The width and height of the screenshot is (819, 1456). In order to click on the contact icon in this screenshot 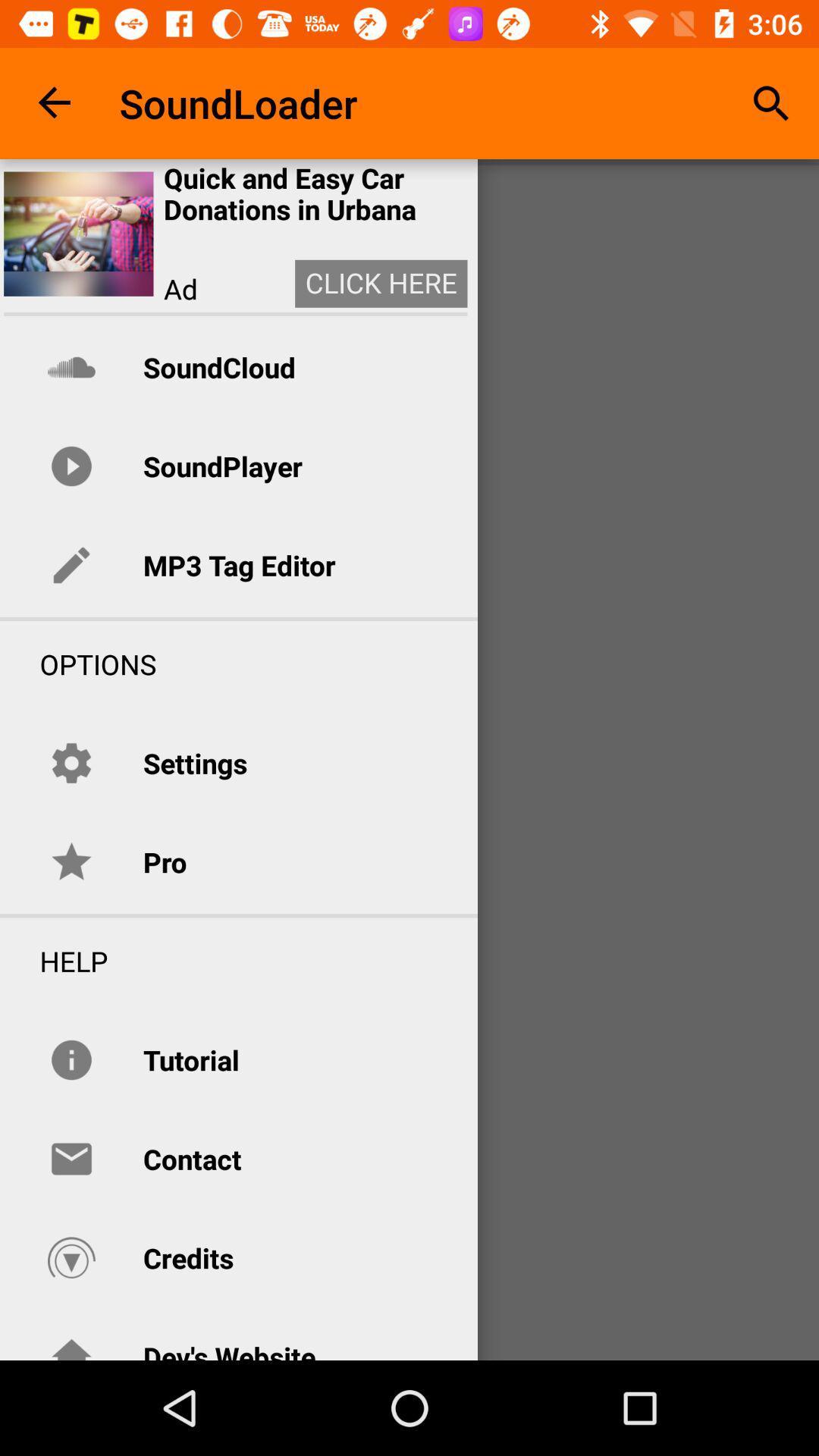, I will do `click(191, 1158)`.